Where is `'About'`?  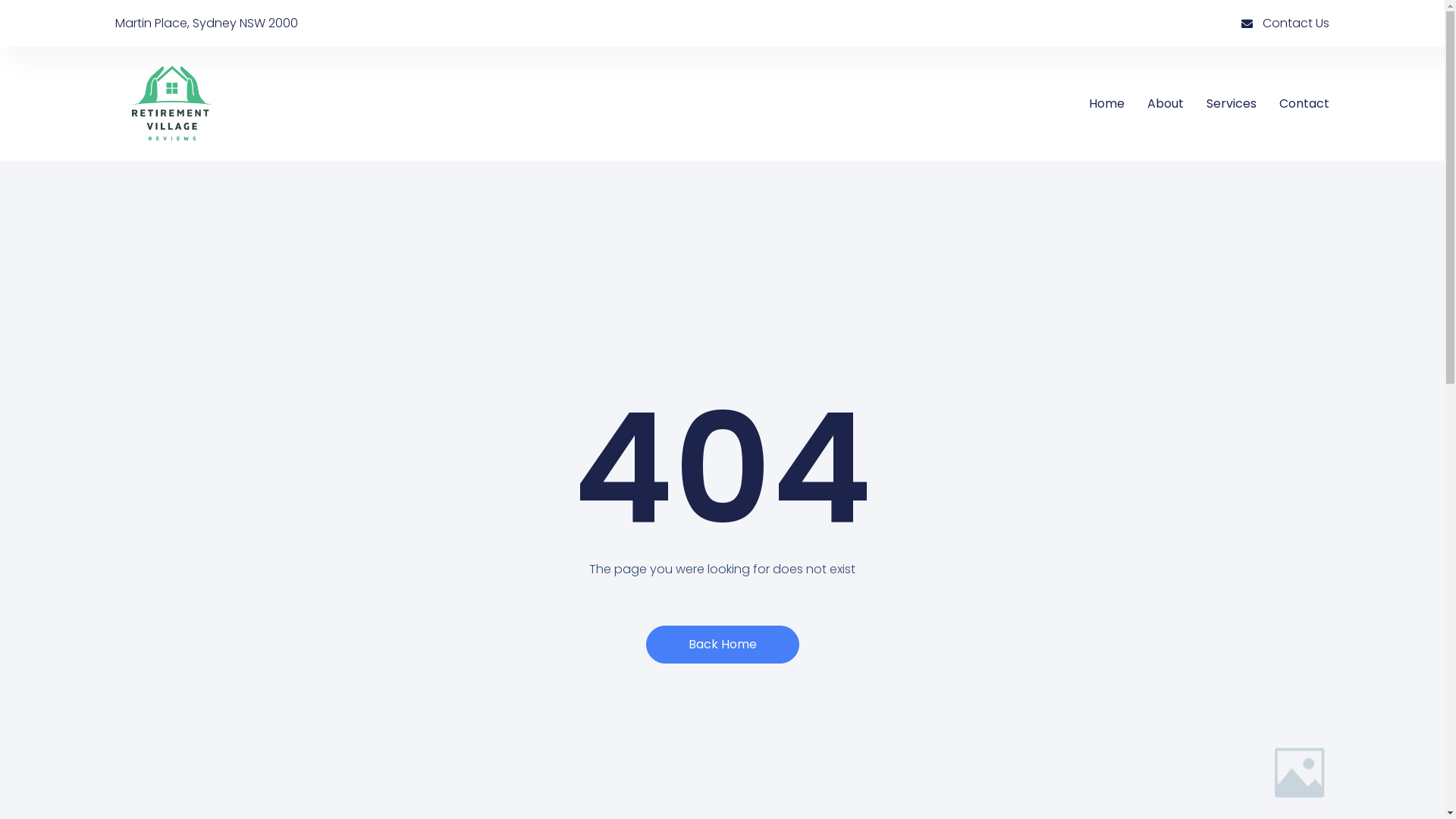
'About' is located at coordinates (1164, 103).